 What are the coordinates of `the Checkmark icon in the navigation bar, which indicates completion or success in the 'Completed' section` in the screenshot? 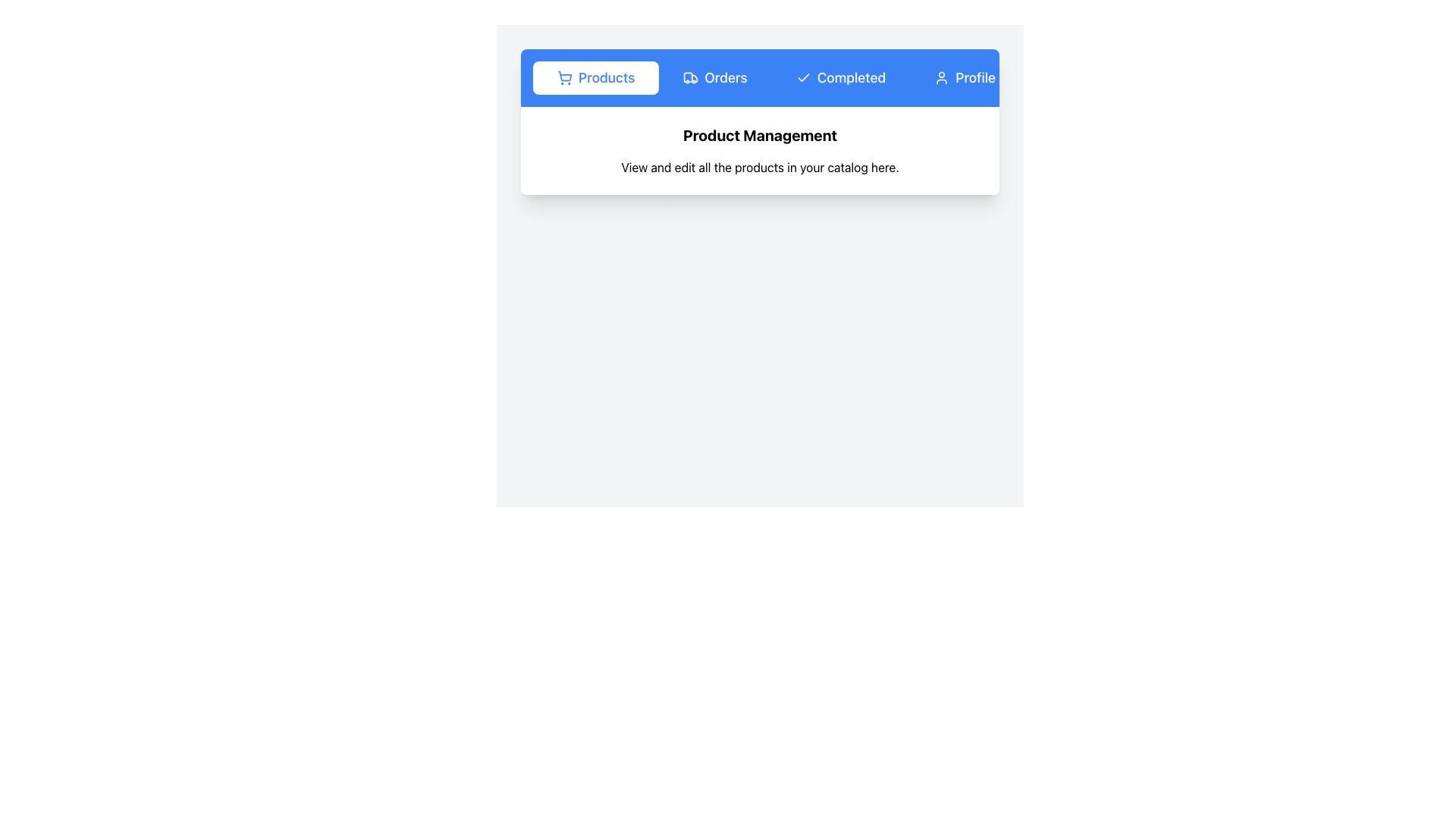 It's located at (802, 77).